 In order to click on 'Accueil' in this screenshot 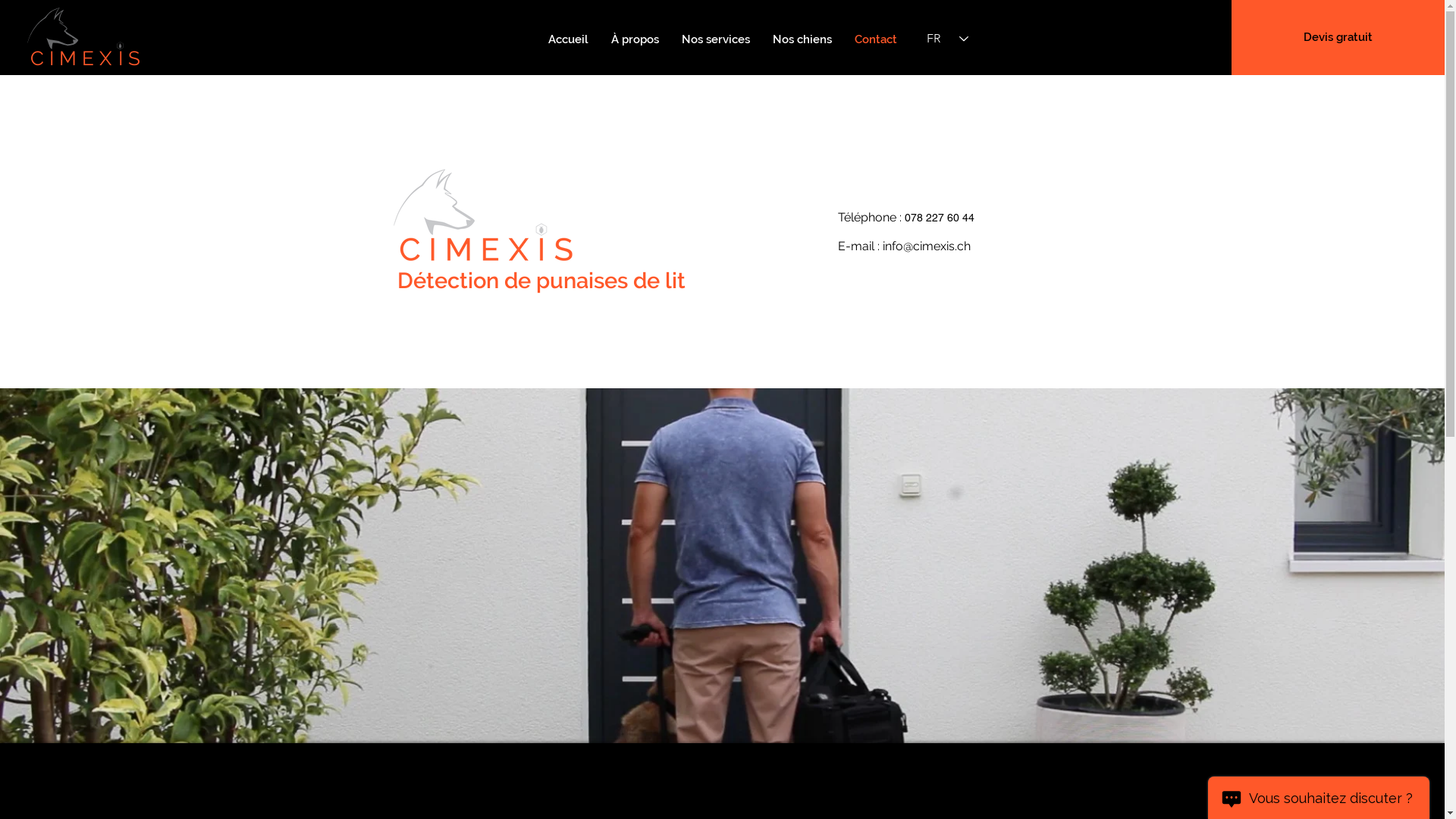, I will do `click(567, 38)`.